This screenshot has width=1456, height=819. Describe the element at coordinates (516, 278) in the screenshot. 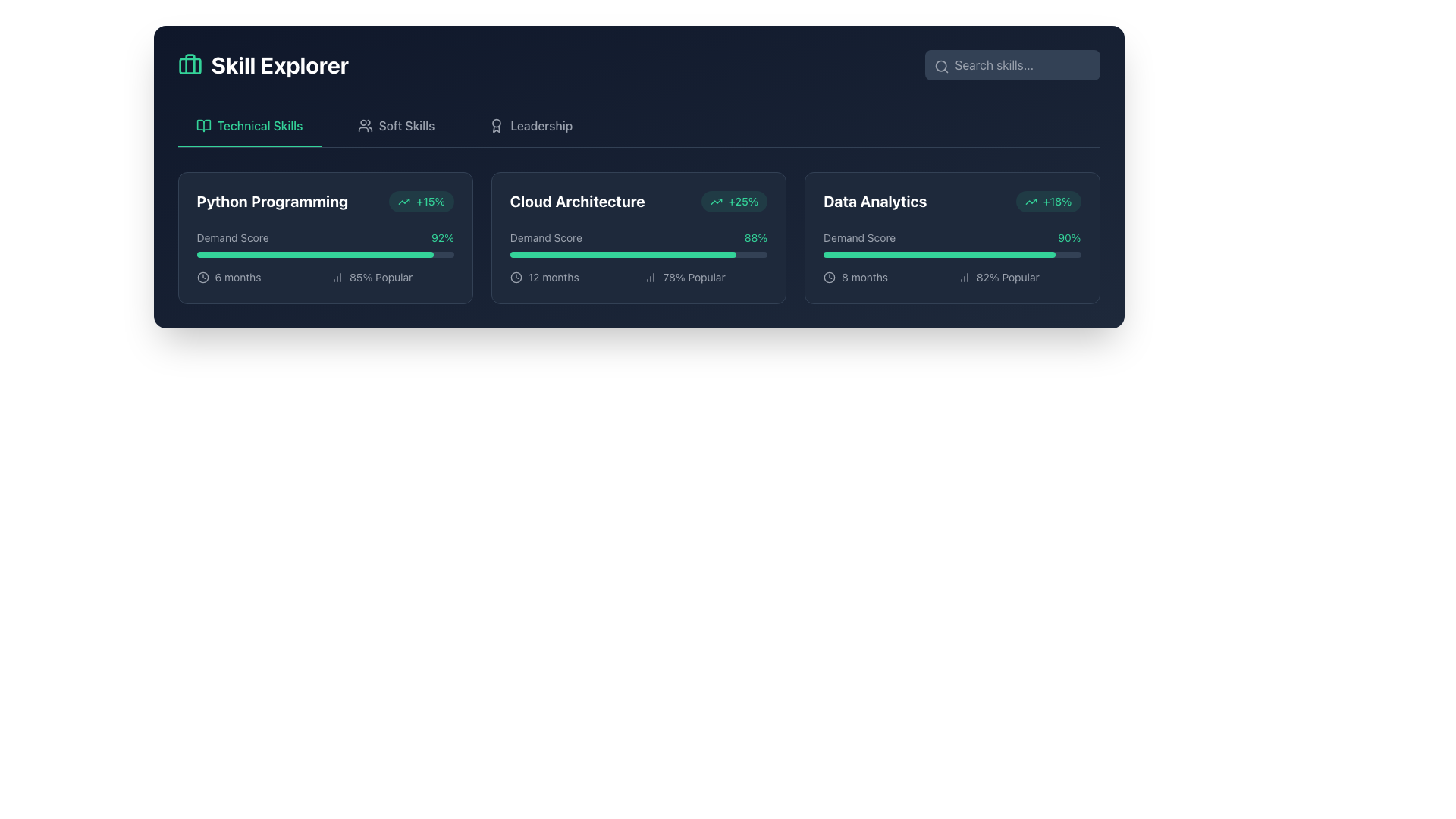

I see `the SVG circle graphic representing the clock face, which is located in the leftmost position of the 'Cloud Architecture' card in the 'Technical Skills' section` at that location.